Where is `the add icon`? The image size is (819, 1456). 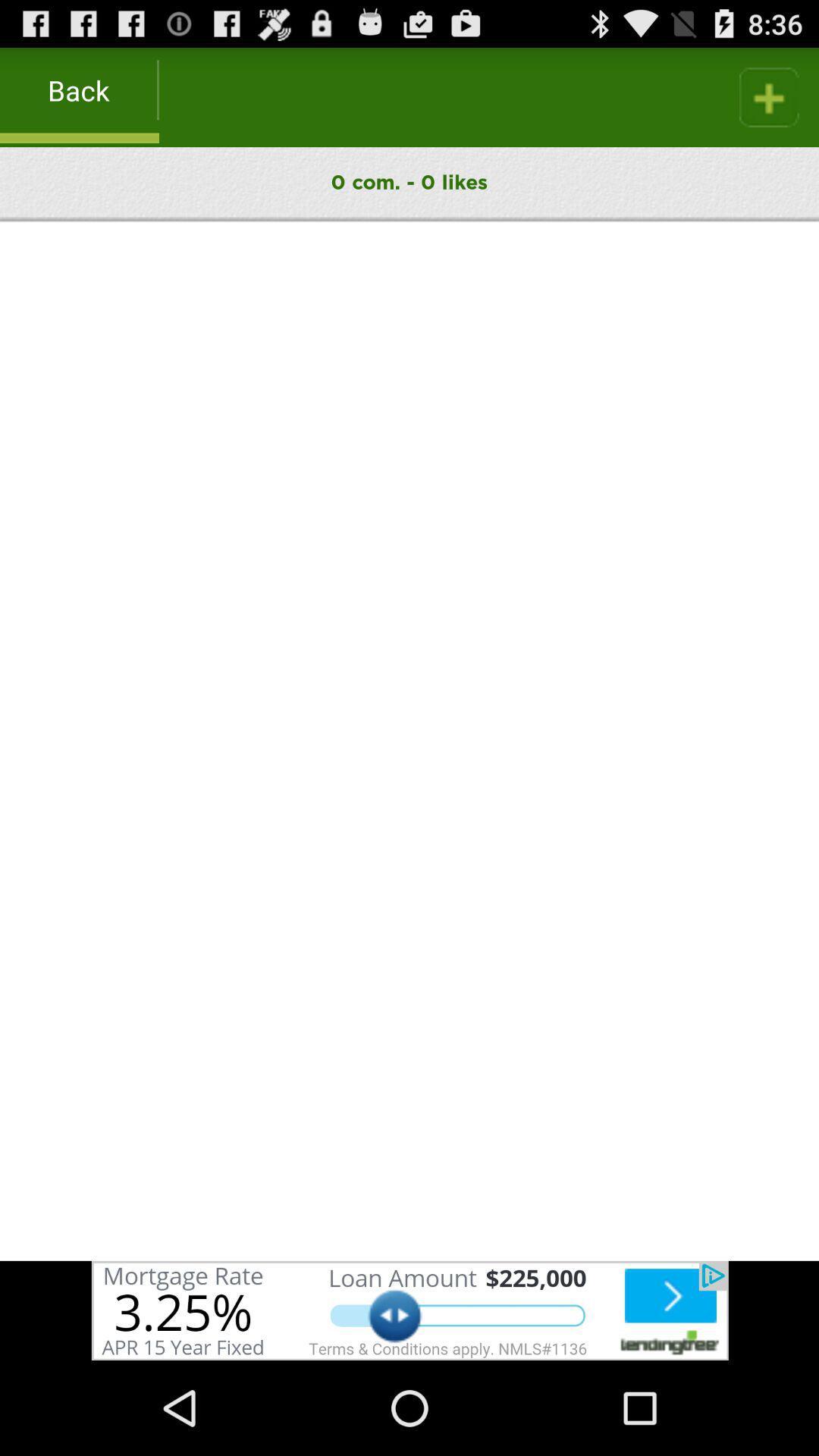
the add icon is located at coordinates (769, 103).